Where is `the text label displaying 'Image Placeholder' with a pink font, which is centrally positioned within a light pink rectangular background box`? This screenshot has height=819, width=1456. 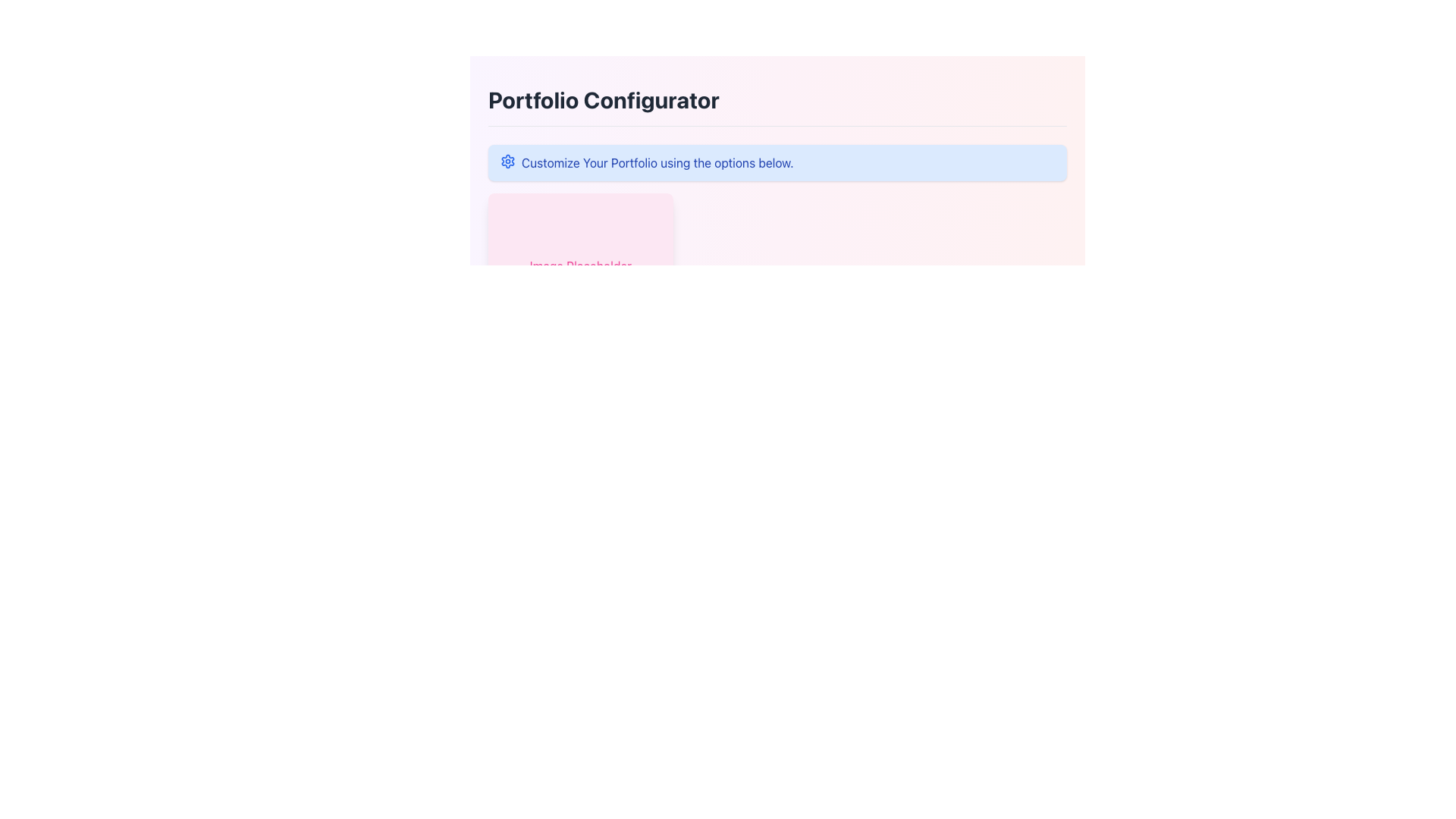 the text label displaying 'Image Placeholder' with a pink font, which is centrally positioned within a light pink rectangular background box is located at coordinates (579, 265).